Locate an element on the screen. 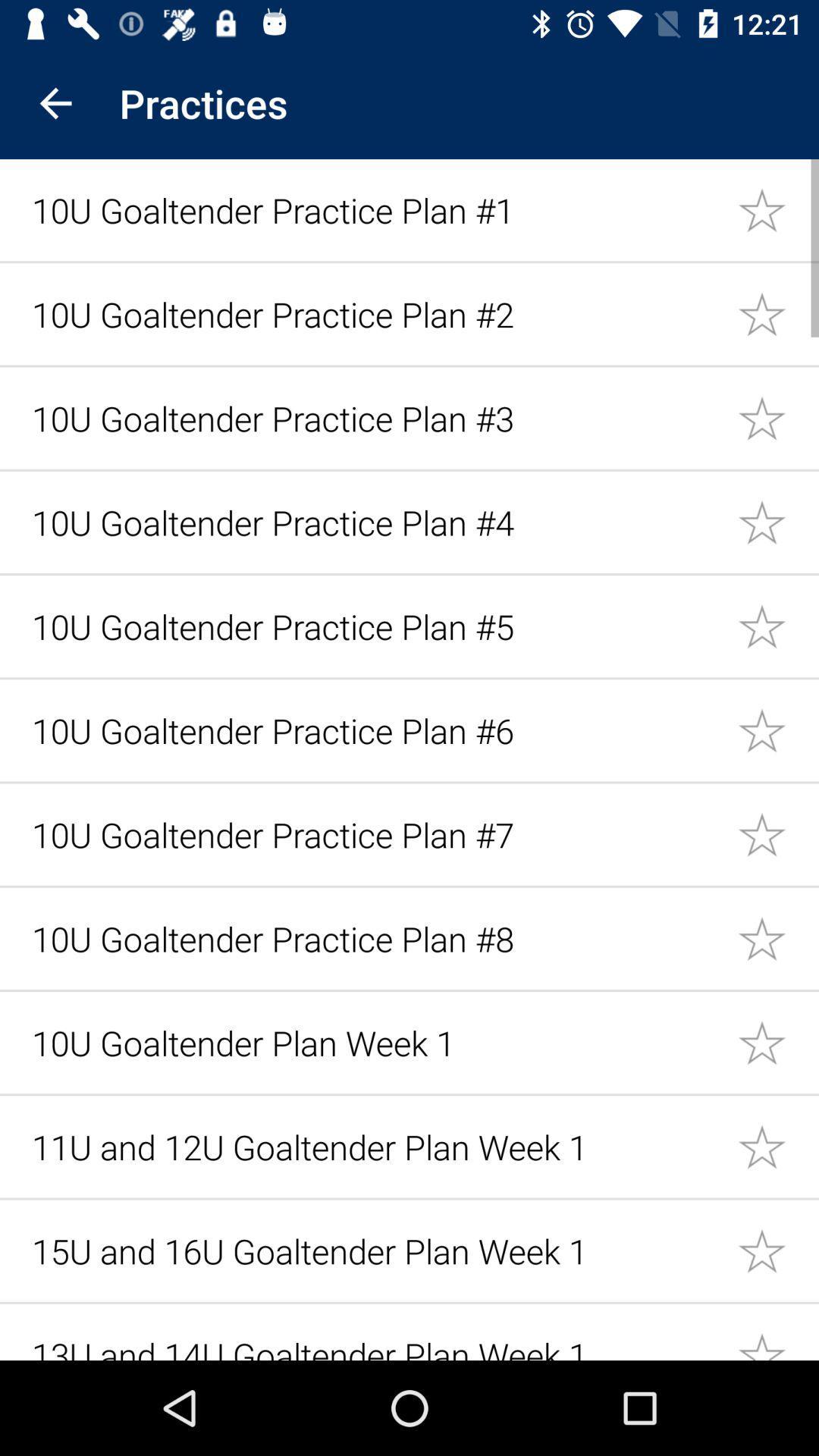 Image resolution: width=819 pixels, height=1456 pixels. plan selection star is located at coordinates (778, 937).